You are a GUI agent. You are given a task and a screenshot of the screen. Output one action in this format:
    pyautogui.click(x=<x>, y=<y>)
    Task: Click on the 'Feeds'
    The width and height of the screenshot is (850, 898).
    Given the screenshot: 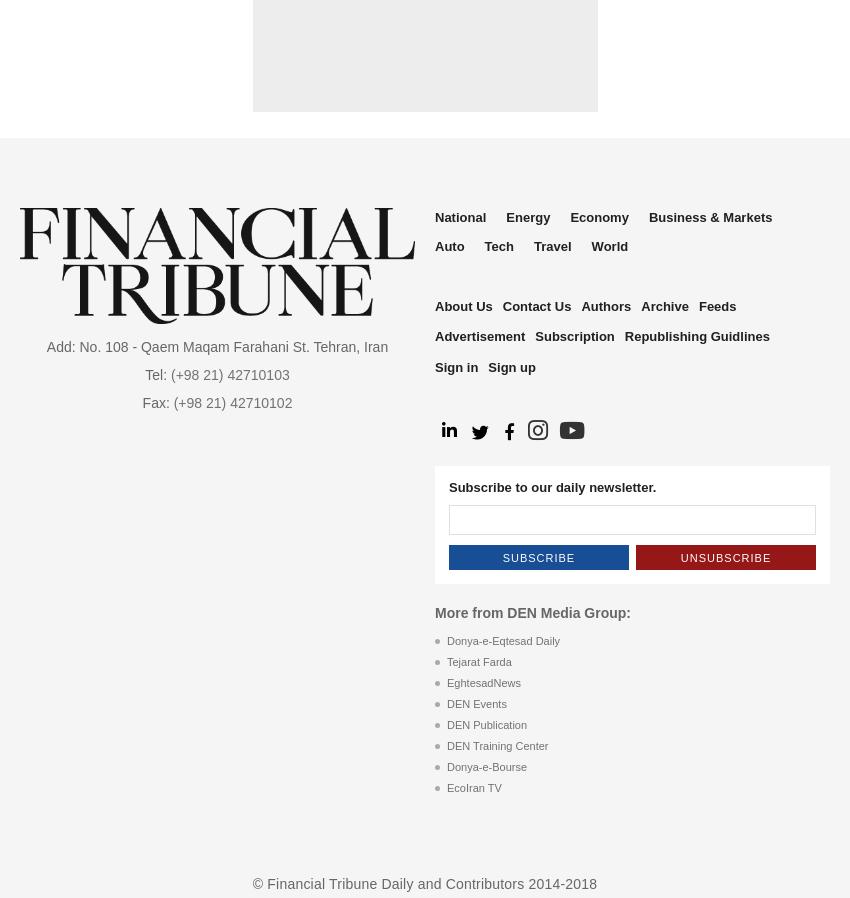 What is the action you would take?
    pyautogui.click(x=715, y=305)
    